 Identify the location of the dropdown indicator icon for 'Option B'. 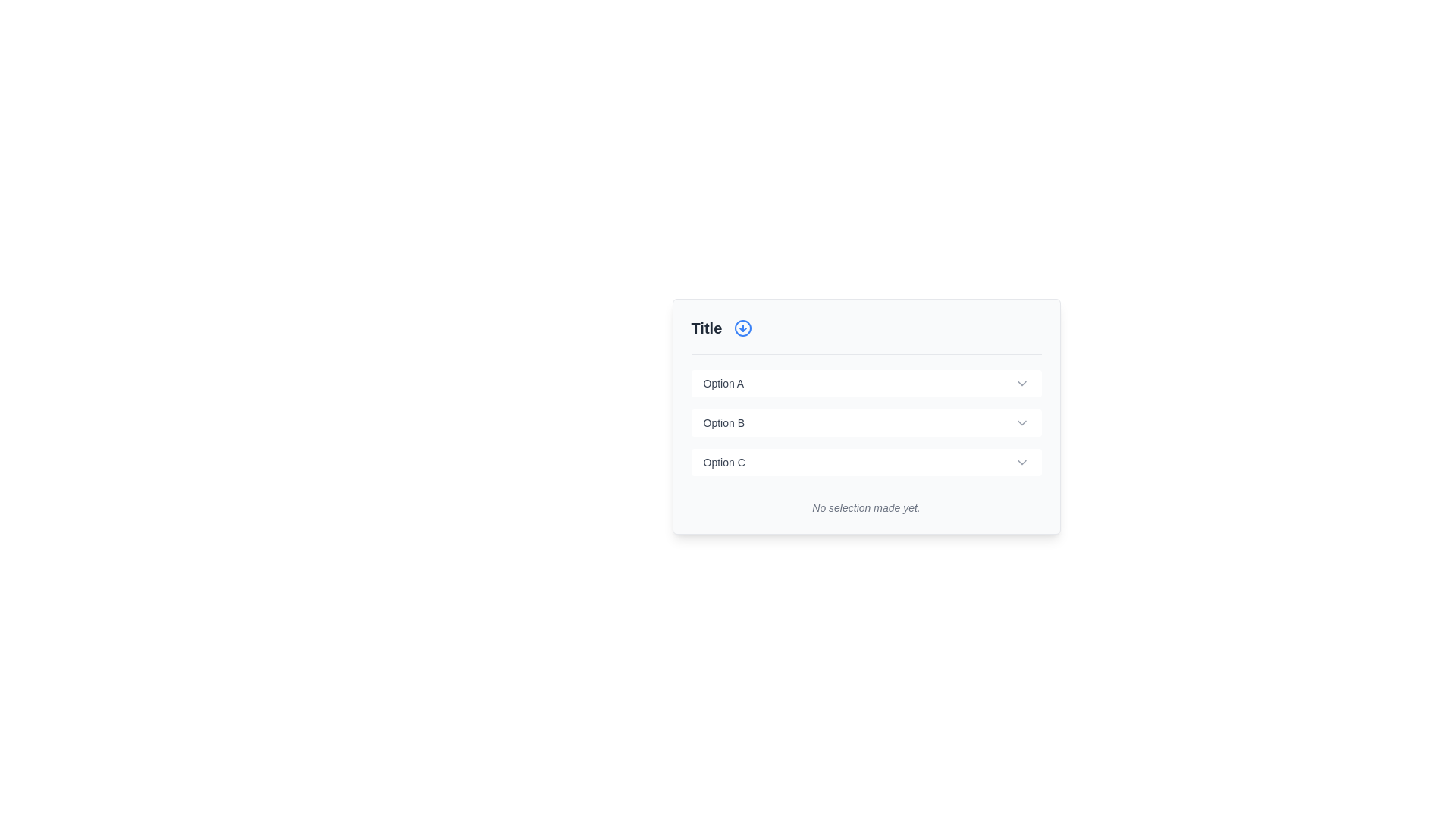
(1021, 423).